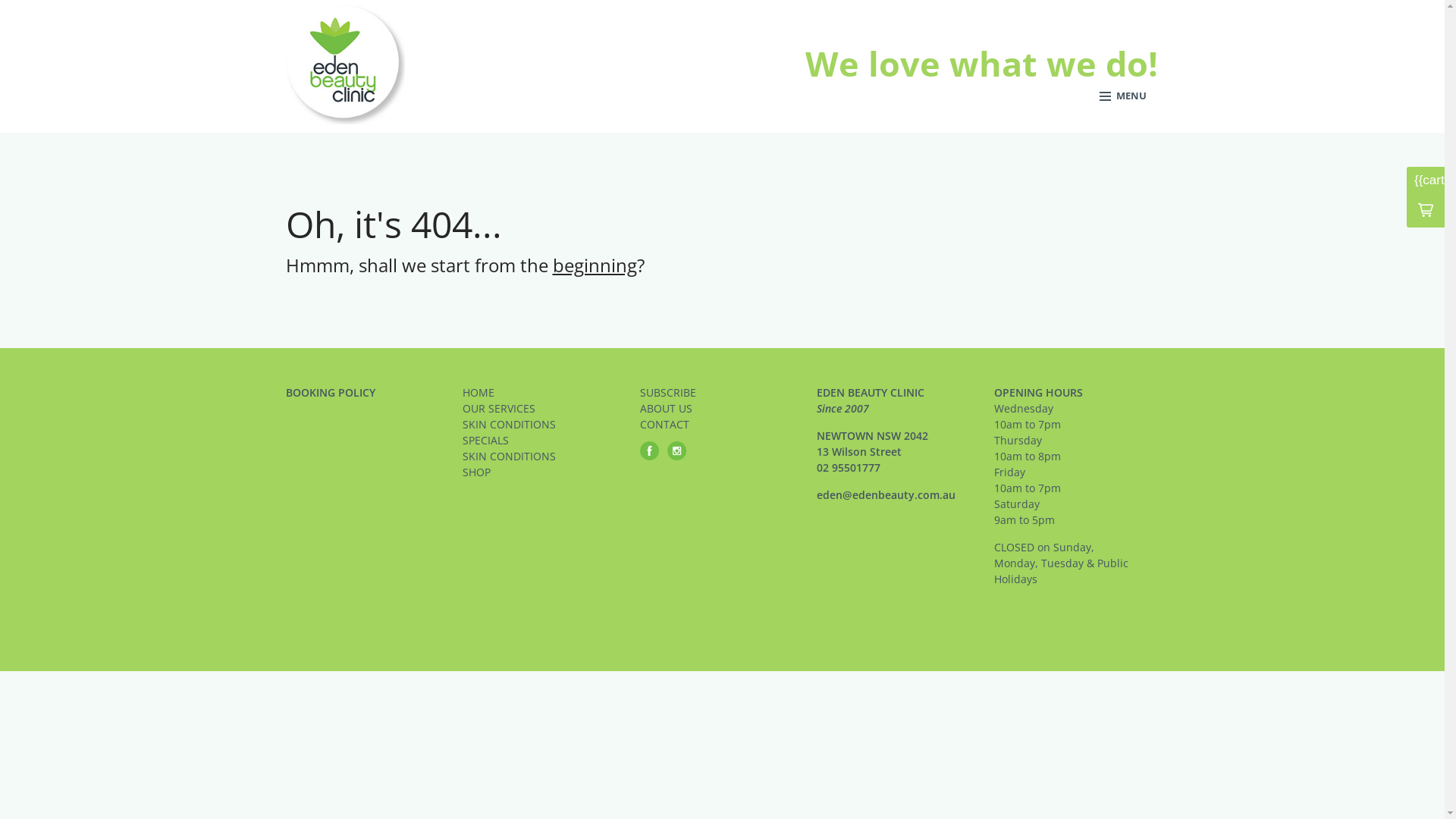 This screenshot has width=1456, height=819. Describe the element at coordinates (640, 391) in the screenshot. I see `'SUBSCRIBE'` at that location.